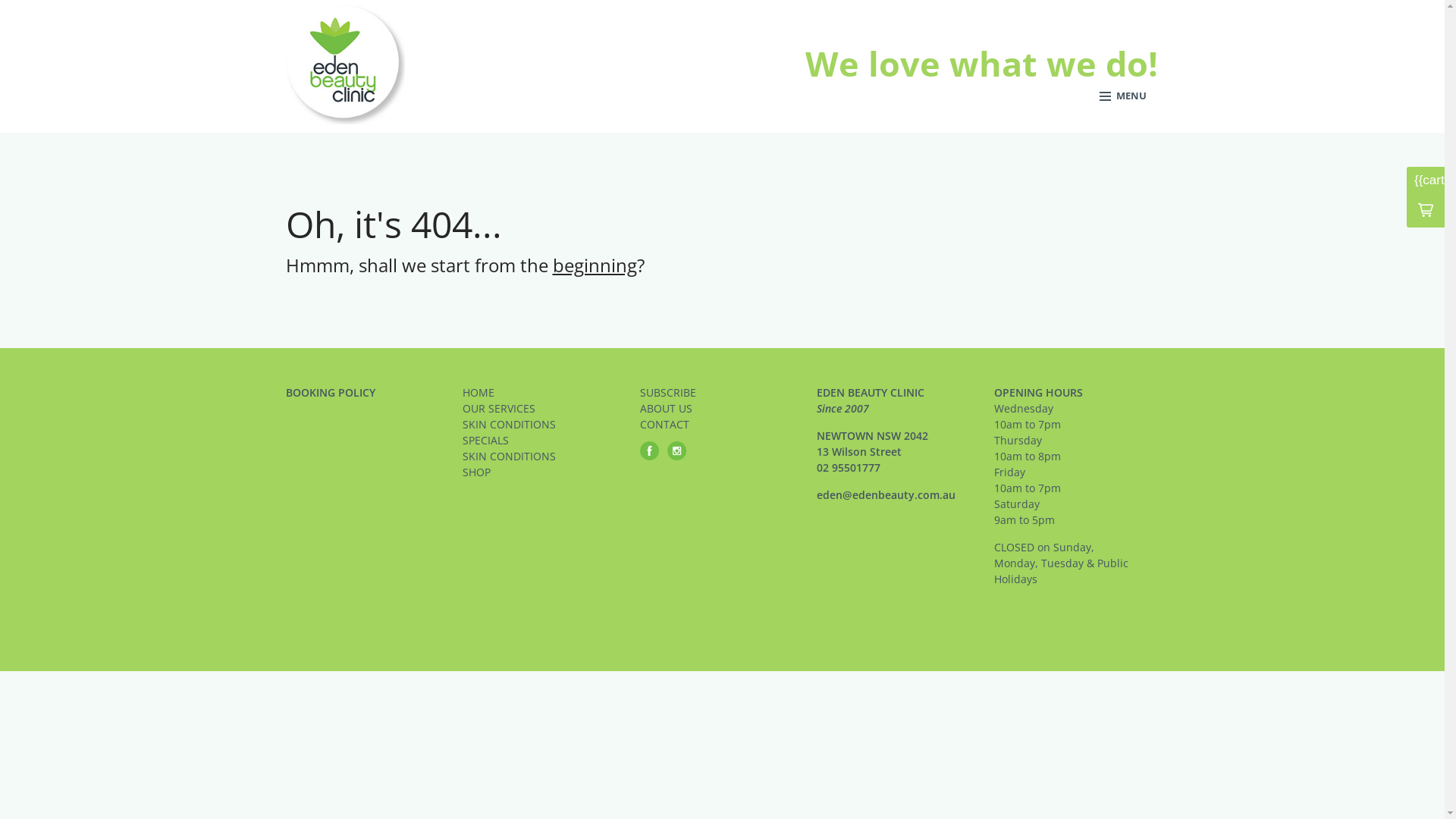 This screenshot has width=1456, height=819. Describe the element at coordinates (640, 391) in the screenshot. I see `'SUBSCRIBE'` at that location.